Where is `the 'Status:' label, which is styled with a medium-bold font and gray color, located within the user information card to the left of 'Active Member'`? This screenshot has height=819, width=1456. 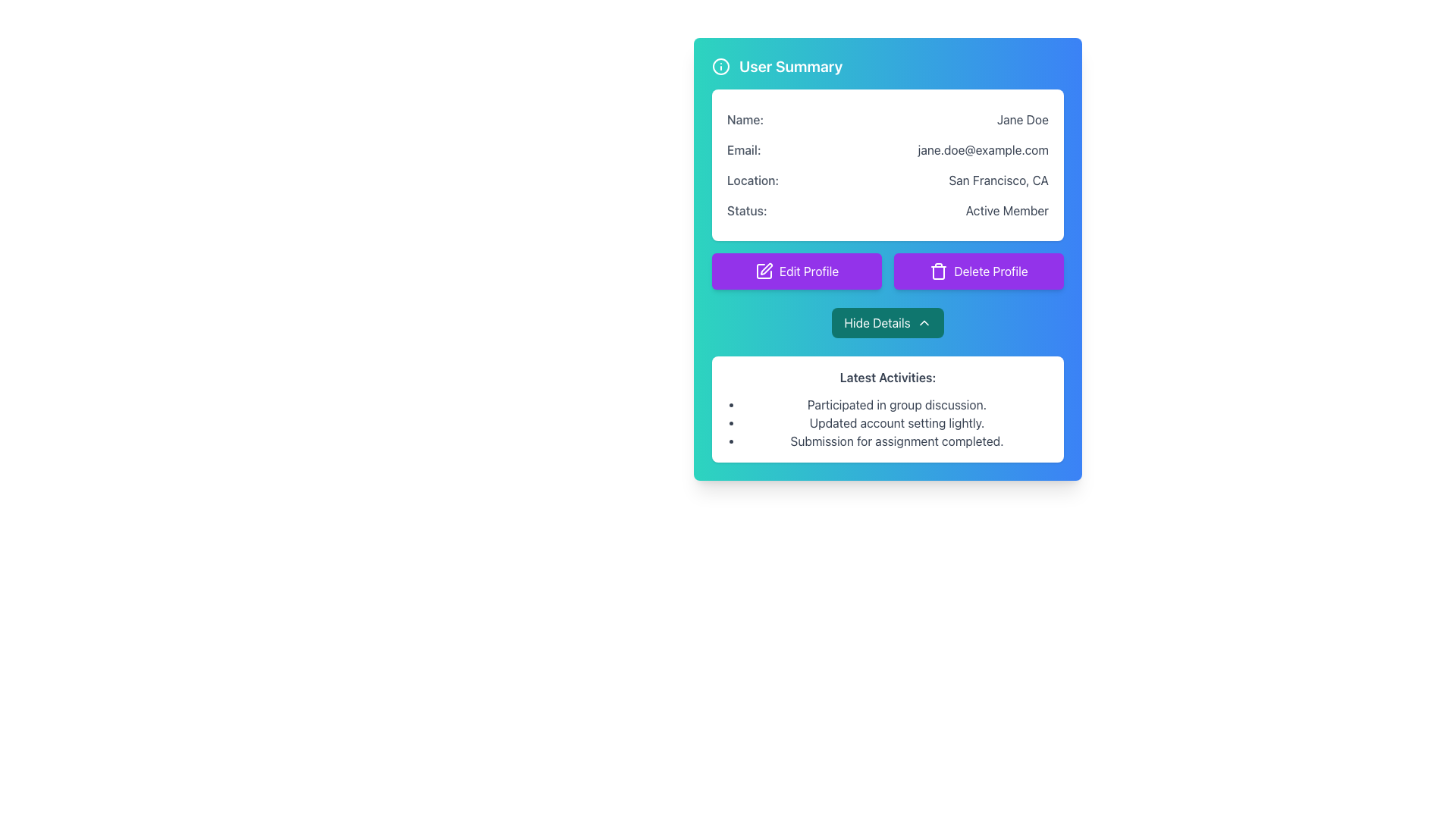 the 'Status:' label, which is styled with a medium-bold font and gray color, located within the user information card to the left of 'Active Member' is located at coordinates (747, 210).